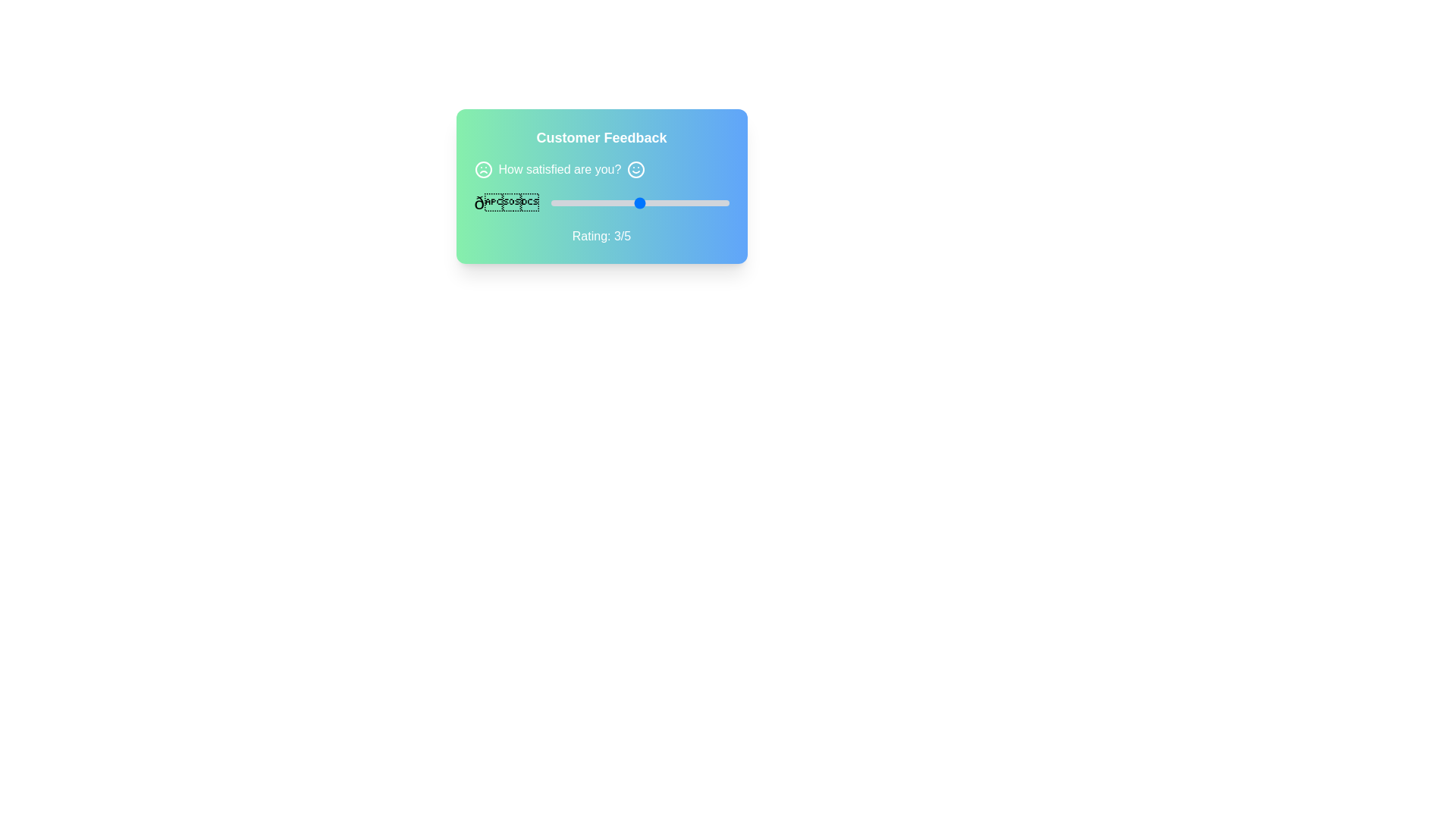 This screenshot has height=819, width=1456. I want to click on the slider value, so click(683, 202).